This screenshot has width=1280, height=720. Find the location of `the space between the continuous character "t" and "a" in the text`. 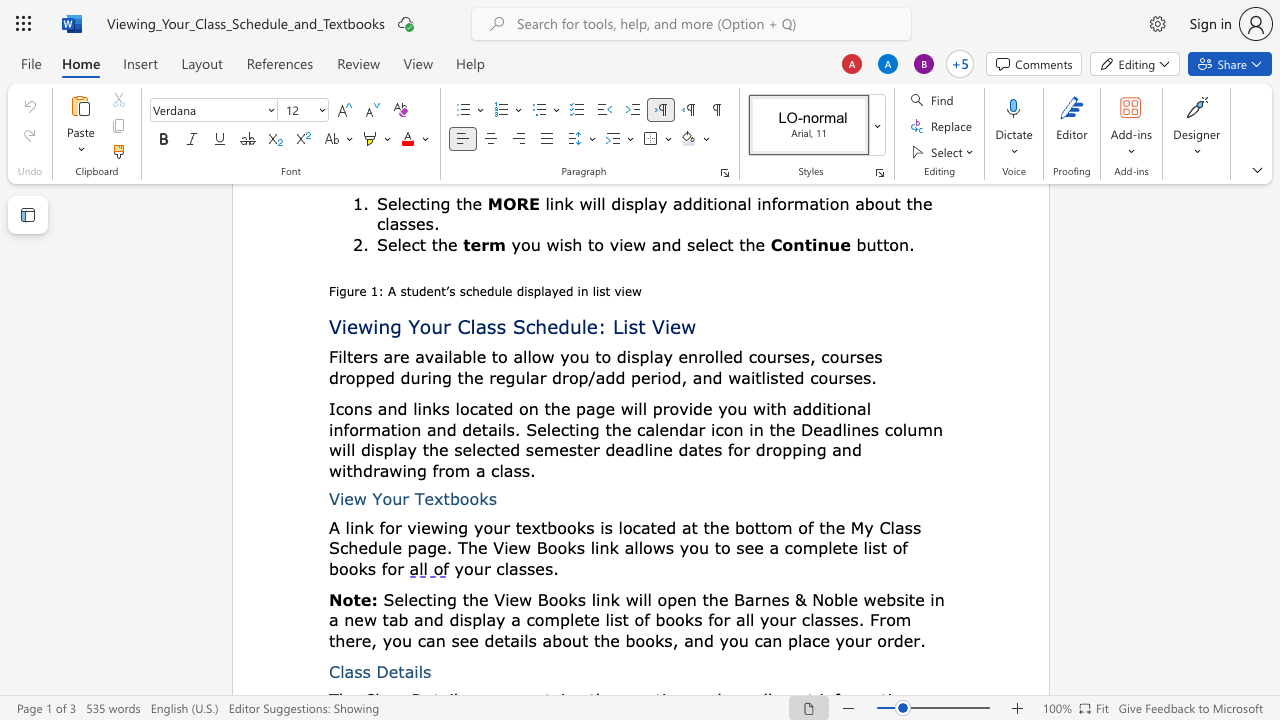

the space between the continuous character "t" and "a" in the text is located at coordinates (404, 671).